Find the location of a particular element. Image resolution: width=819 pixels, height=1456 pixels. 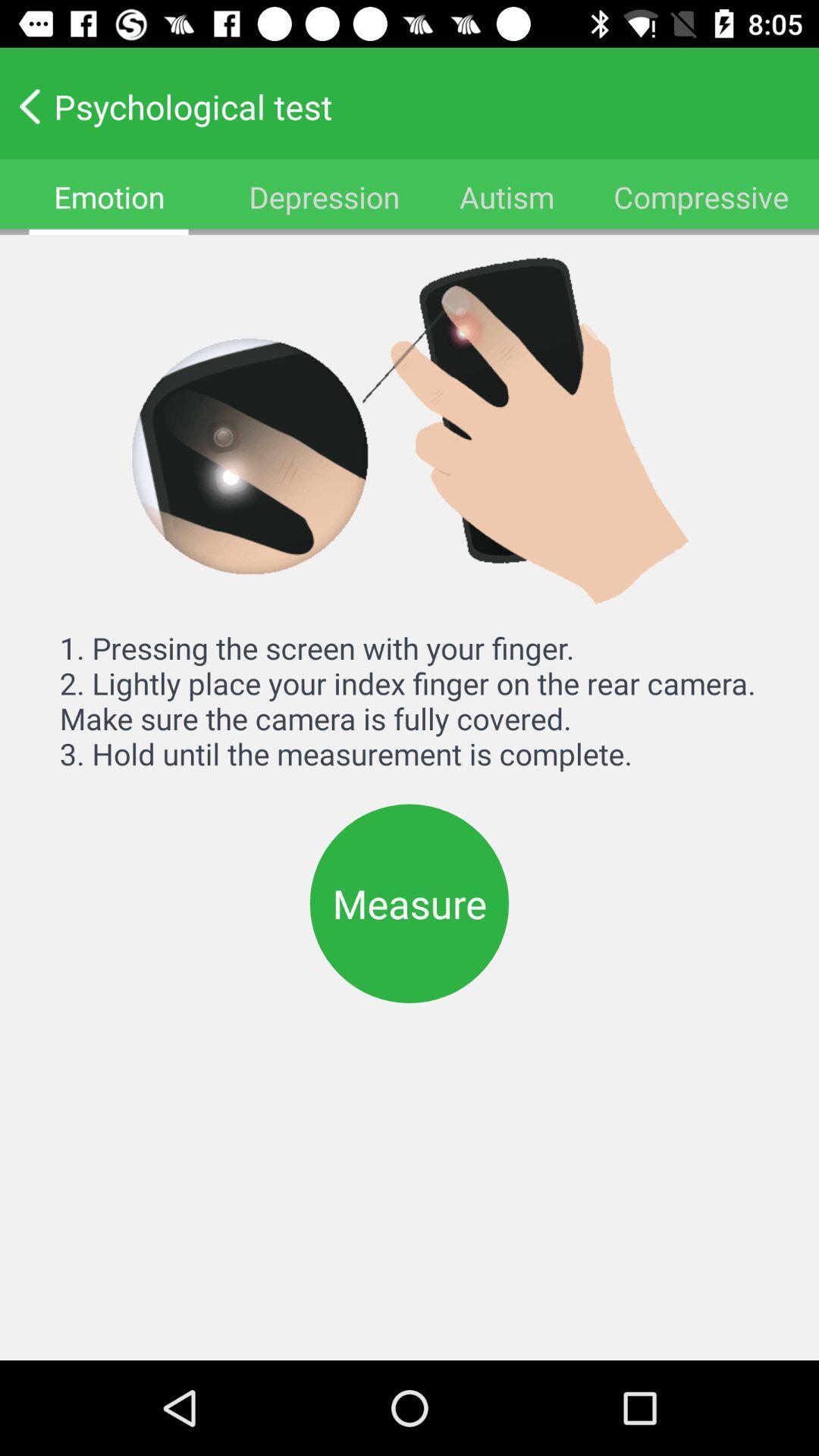

icon below 1 pressing the is located at coordinates (409, 903).